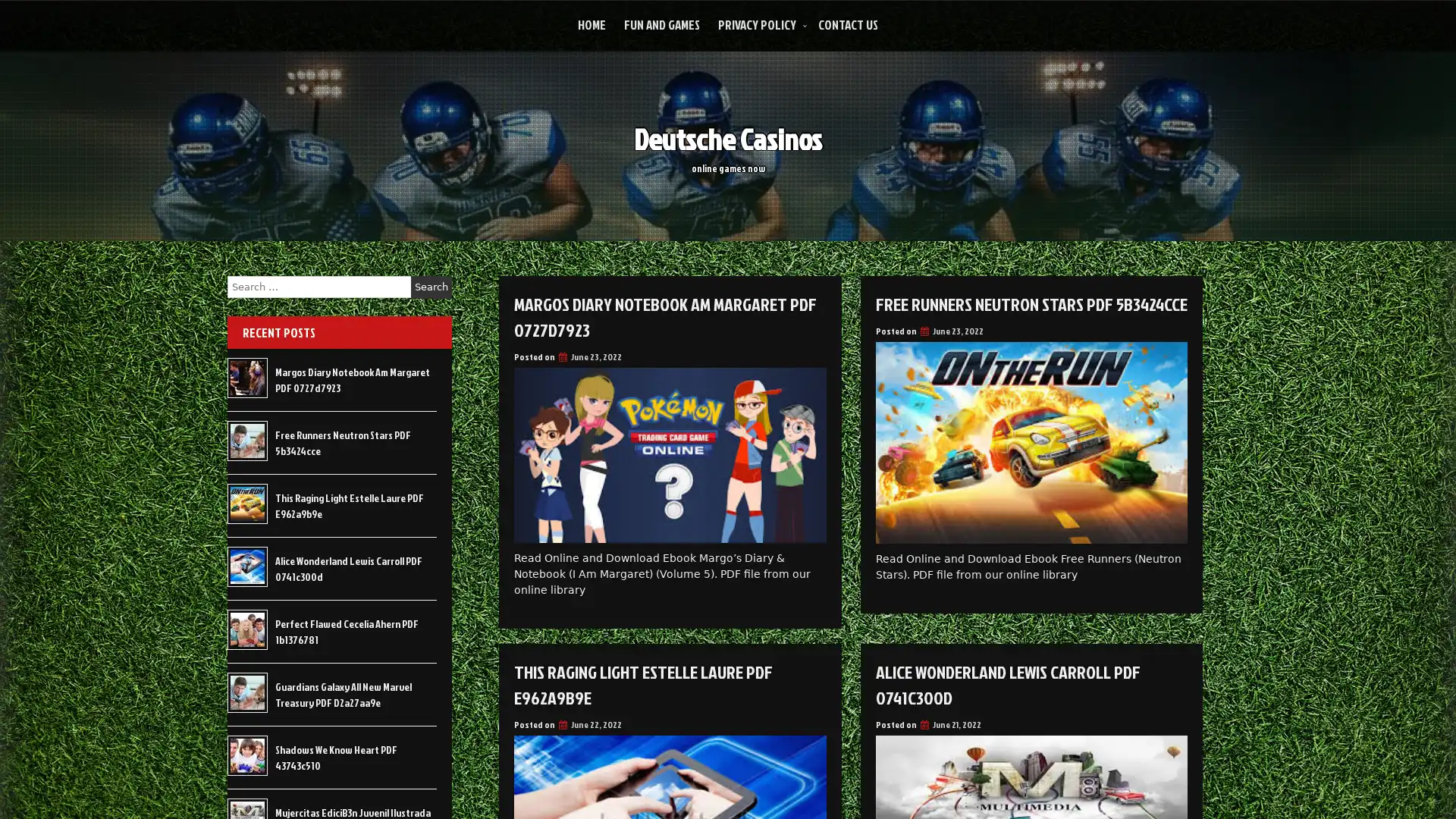 This screenshot has width=1456, height=819. What do you see at coordinates (431, 287) in the screenshot?
I see `Search` at bounding box center [431, 287].